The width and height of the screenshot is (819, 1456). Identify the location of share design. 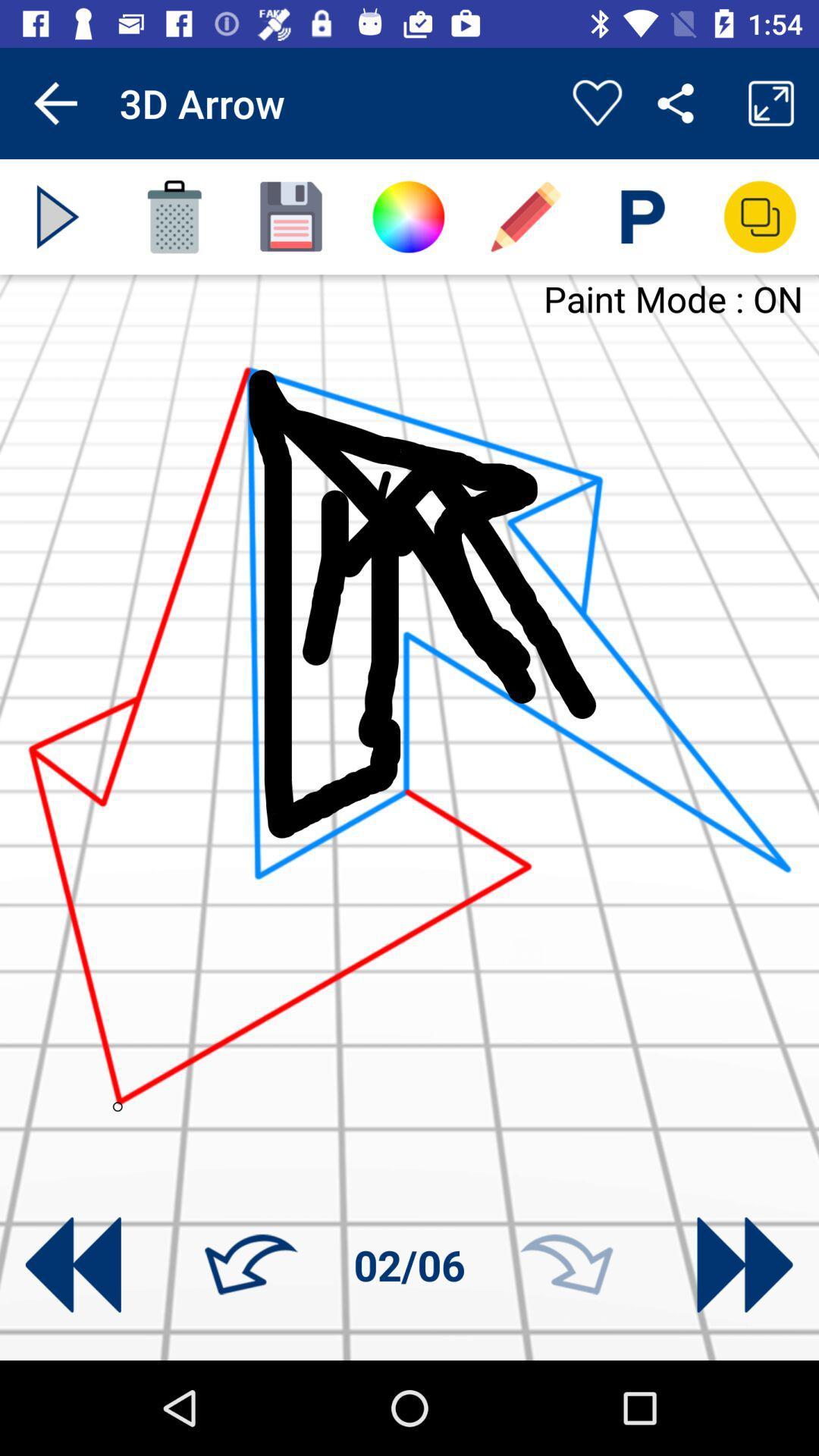
(760, 216).